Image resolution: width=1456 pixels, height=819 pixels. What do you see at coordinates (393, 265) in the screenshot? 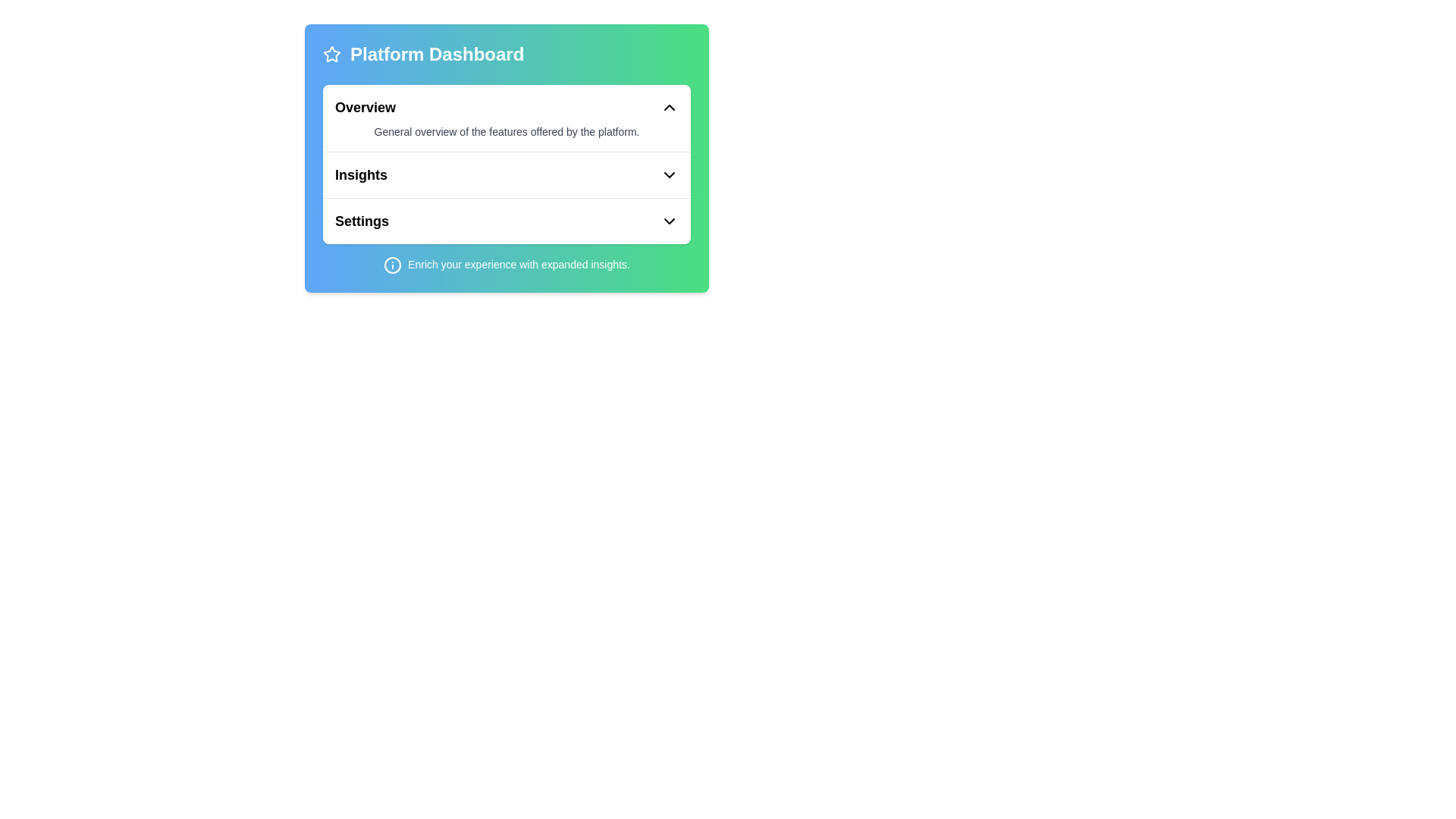
I see `the first SVG circle in the icon group located near the bottom-right of the 'Platform Dashboard' card, adjacent to the text 'Enrich your experience with expanded insights.'` at bounding box center [393, 265].